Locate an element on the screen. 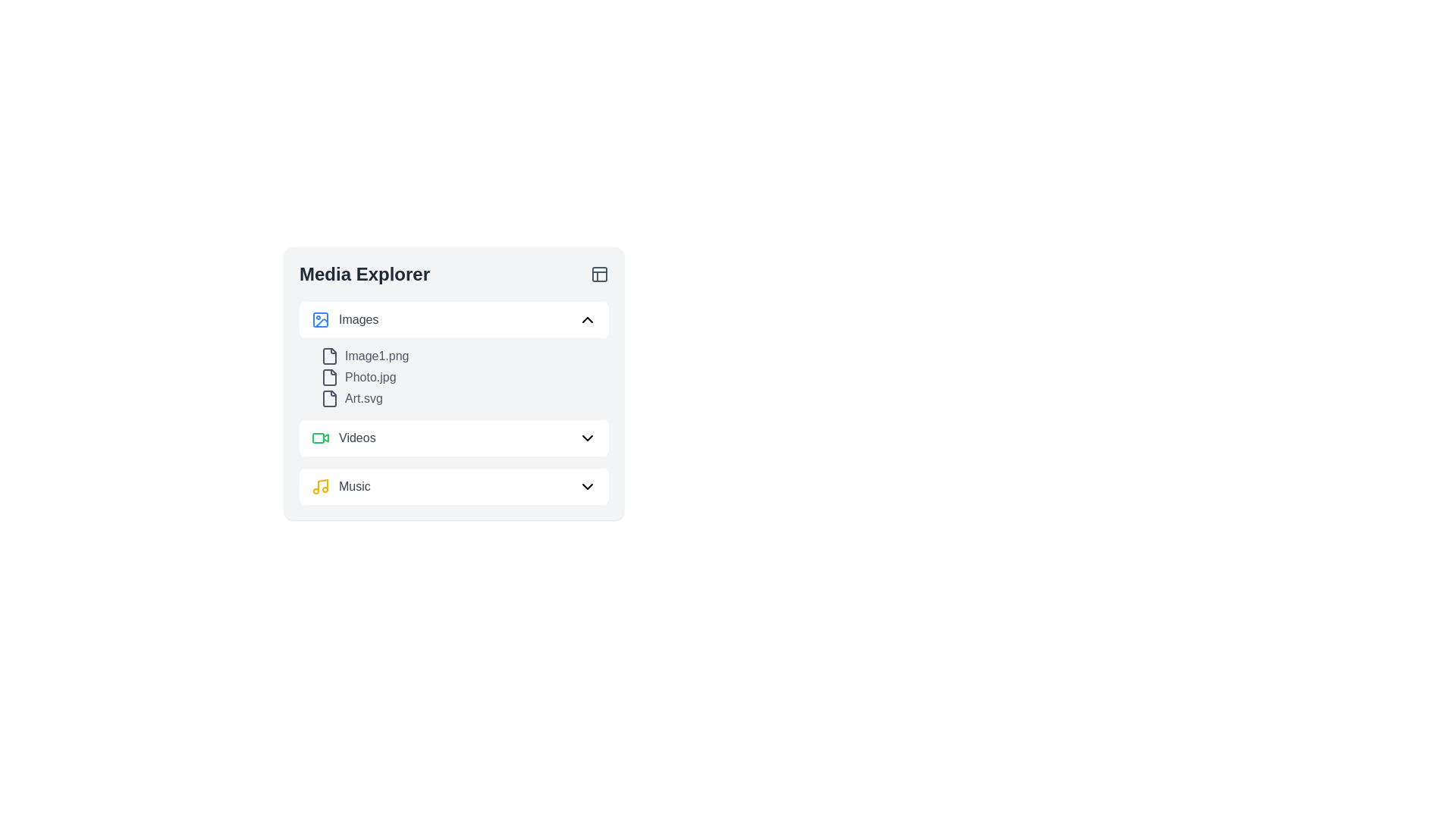 The height and width of the screenshot is (819, 1456). the video camera icon, which has a green outline and white background, located next to the 'Videos' label is located at coordinates (319, 438).